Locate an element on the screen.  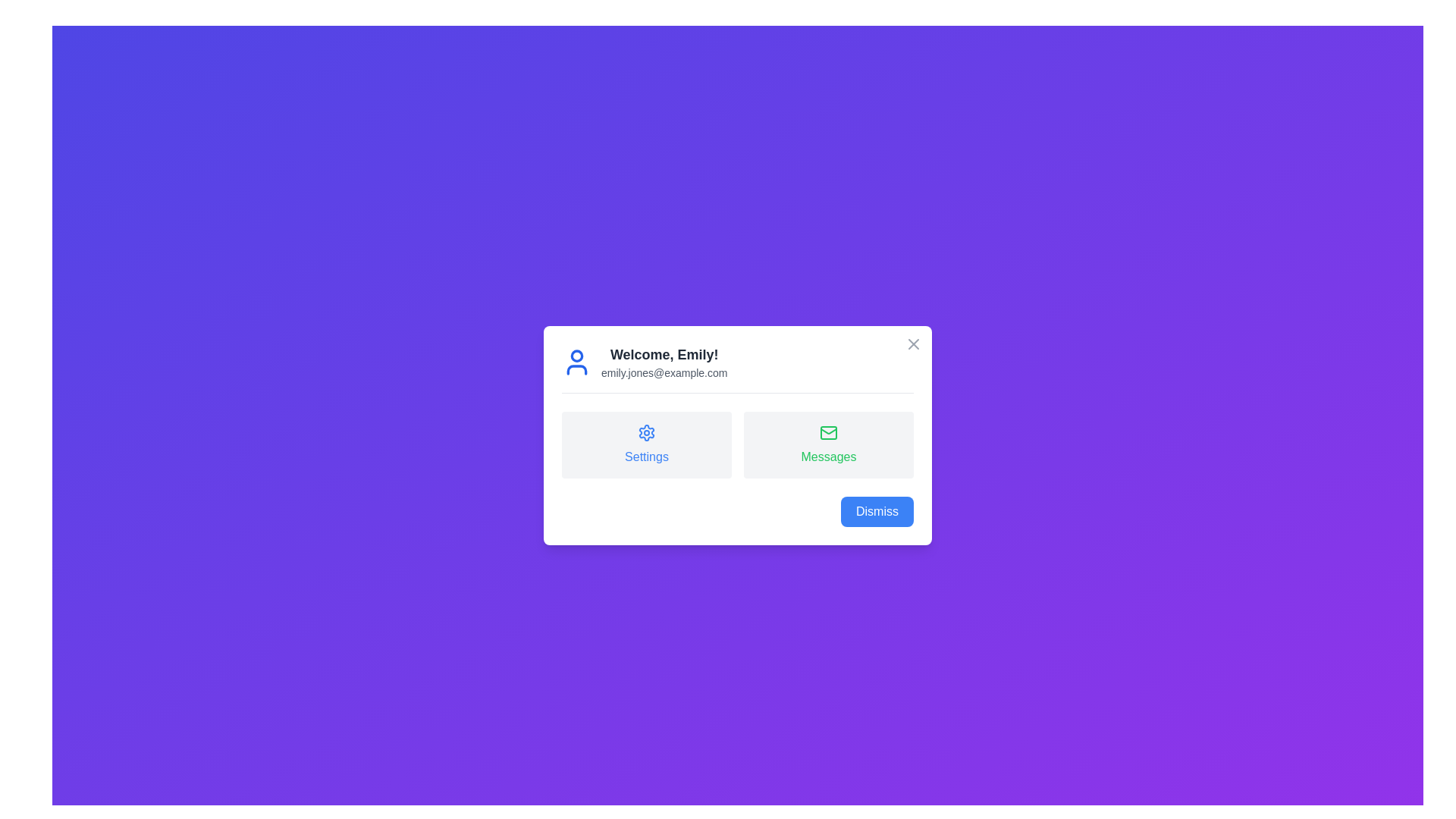
the header text 'Welcome, Emily!' which is styled with bold and larger font, located at the top of the modal card above the email address is located at coordinates (664, 354).